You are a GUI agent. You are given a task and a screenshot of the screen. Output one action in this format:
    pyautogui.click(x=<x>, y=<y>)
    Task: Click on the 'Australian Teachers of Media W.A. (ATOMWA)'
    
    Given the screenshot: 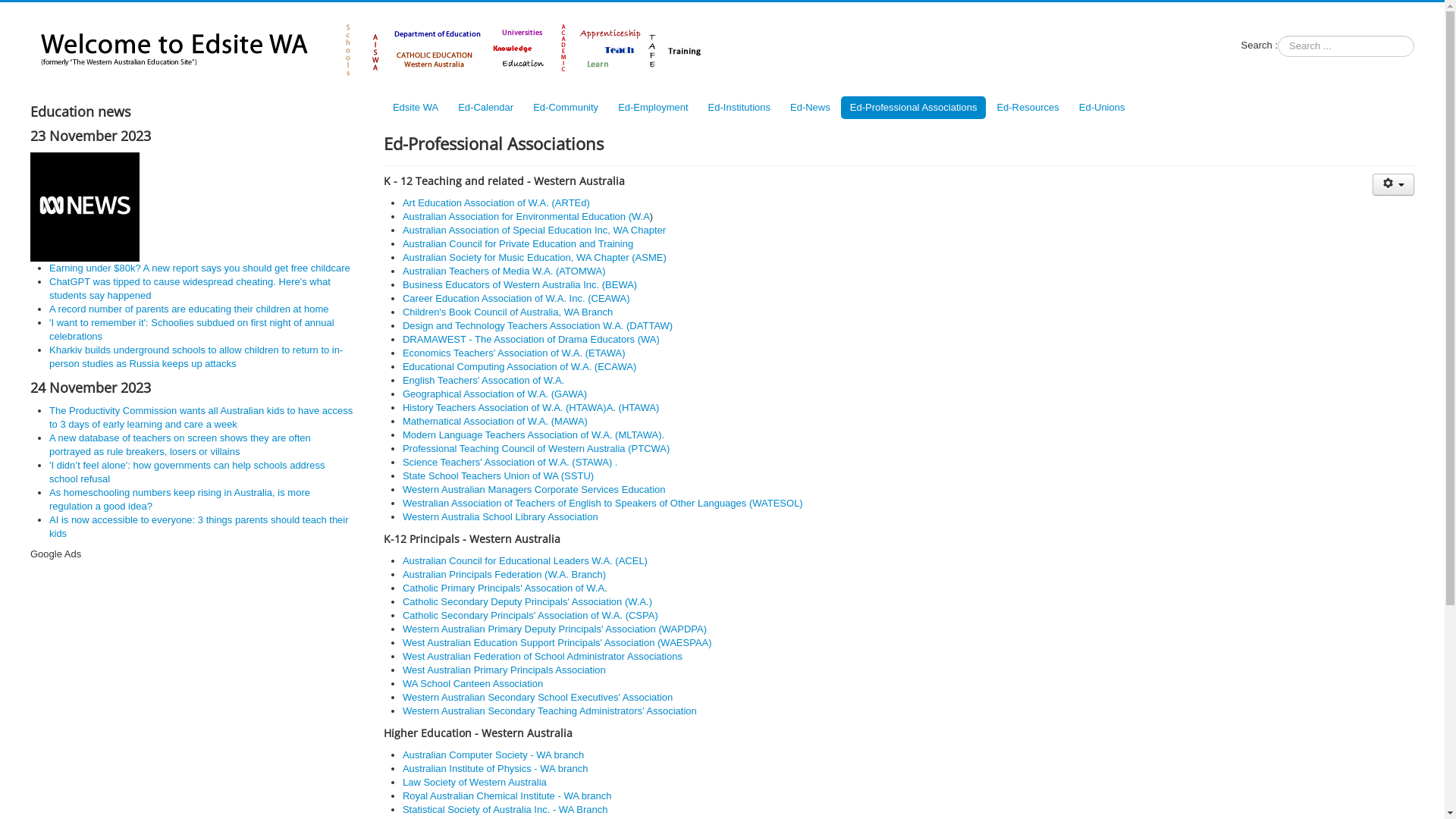 What is the action you would take?
    pyautogui.click(x=504, y=270)
    